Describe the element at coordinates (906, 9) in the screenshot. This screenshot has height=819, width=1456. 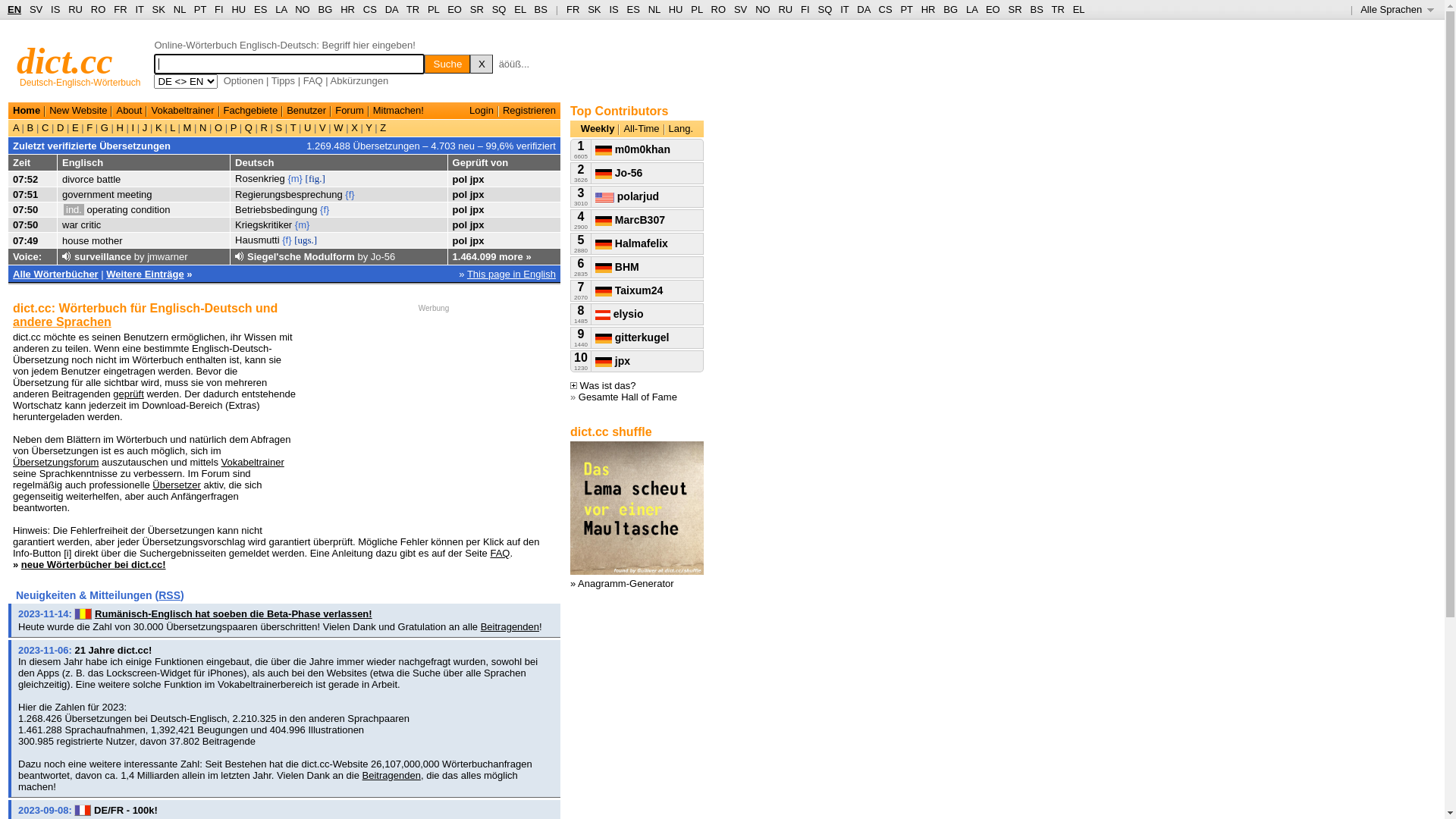
I see `'PT'` at that location.